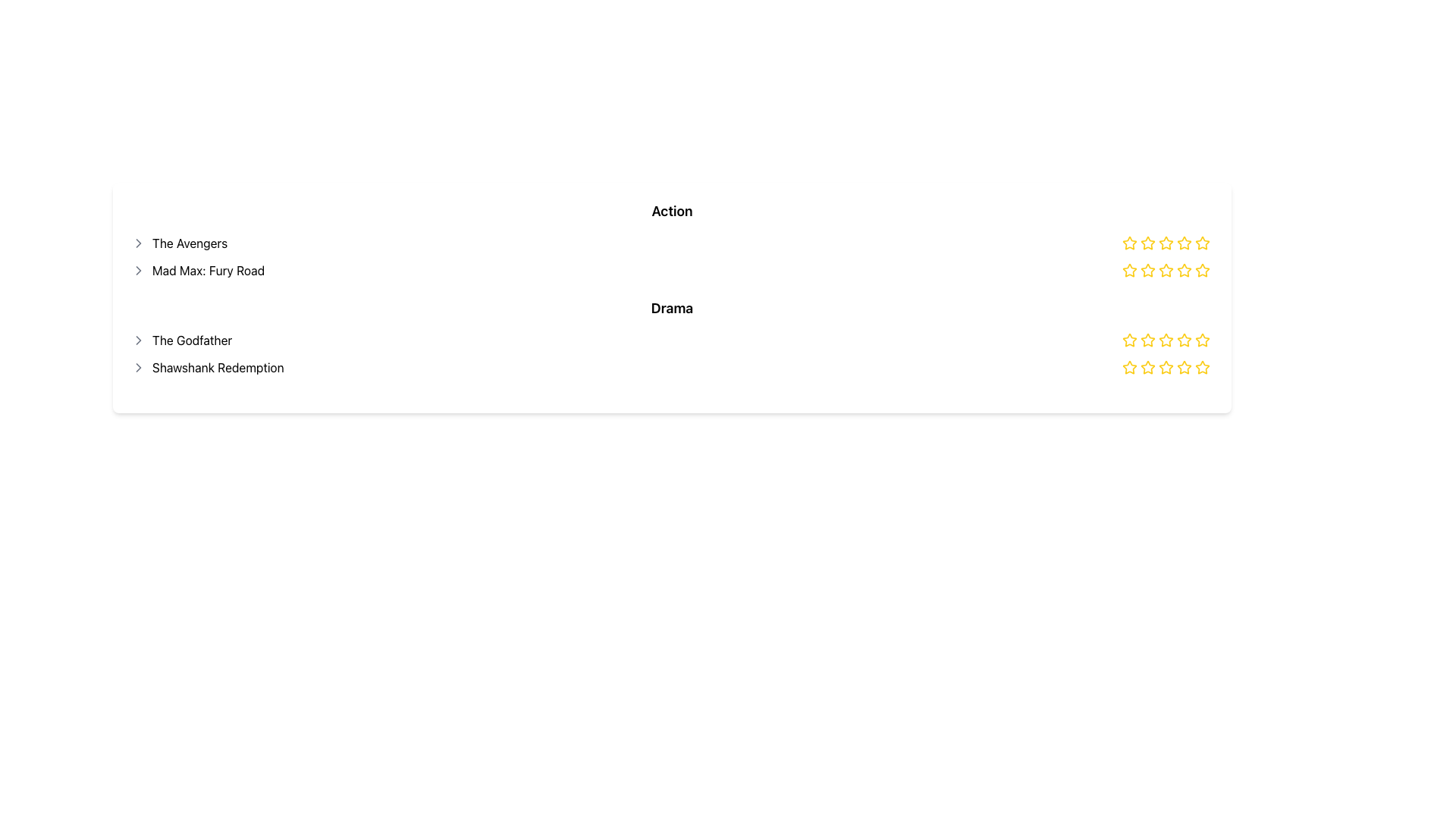 Image resolution: width=1456 pixels, height=819 pixels. I want to click on the third star in the last row of the star rating interface, so click(1201, 339).